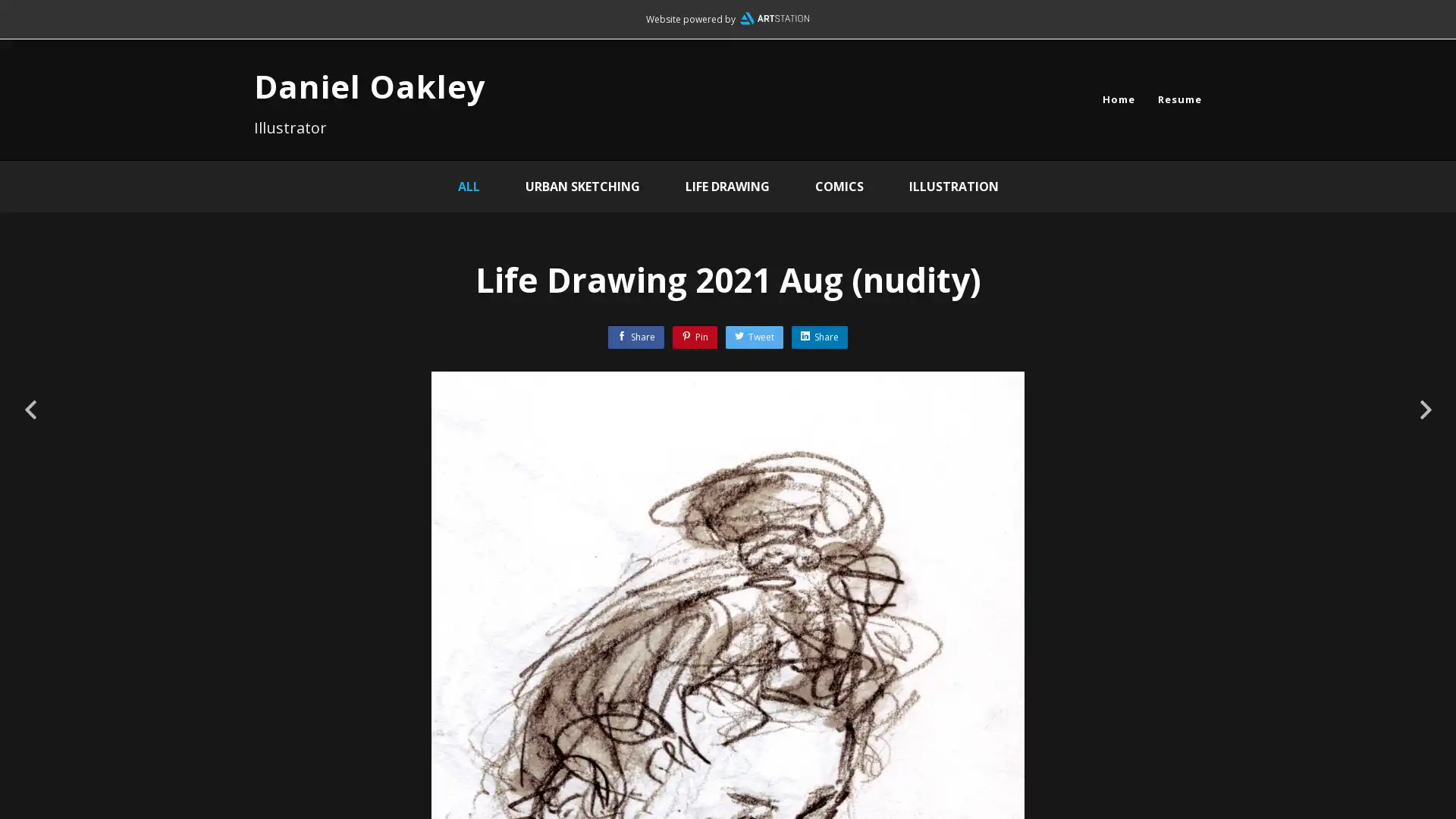  Describe the element at coordinates (636, 336) in the screenshot. I see `Share` at that location.